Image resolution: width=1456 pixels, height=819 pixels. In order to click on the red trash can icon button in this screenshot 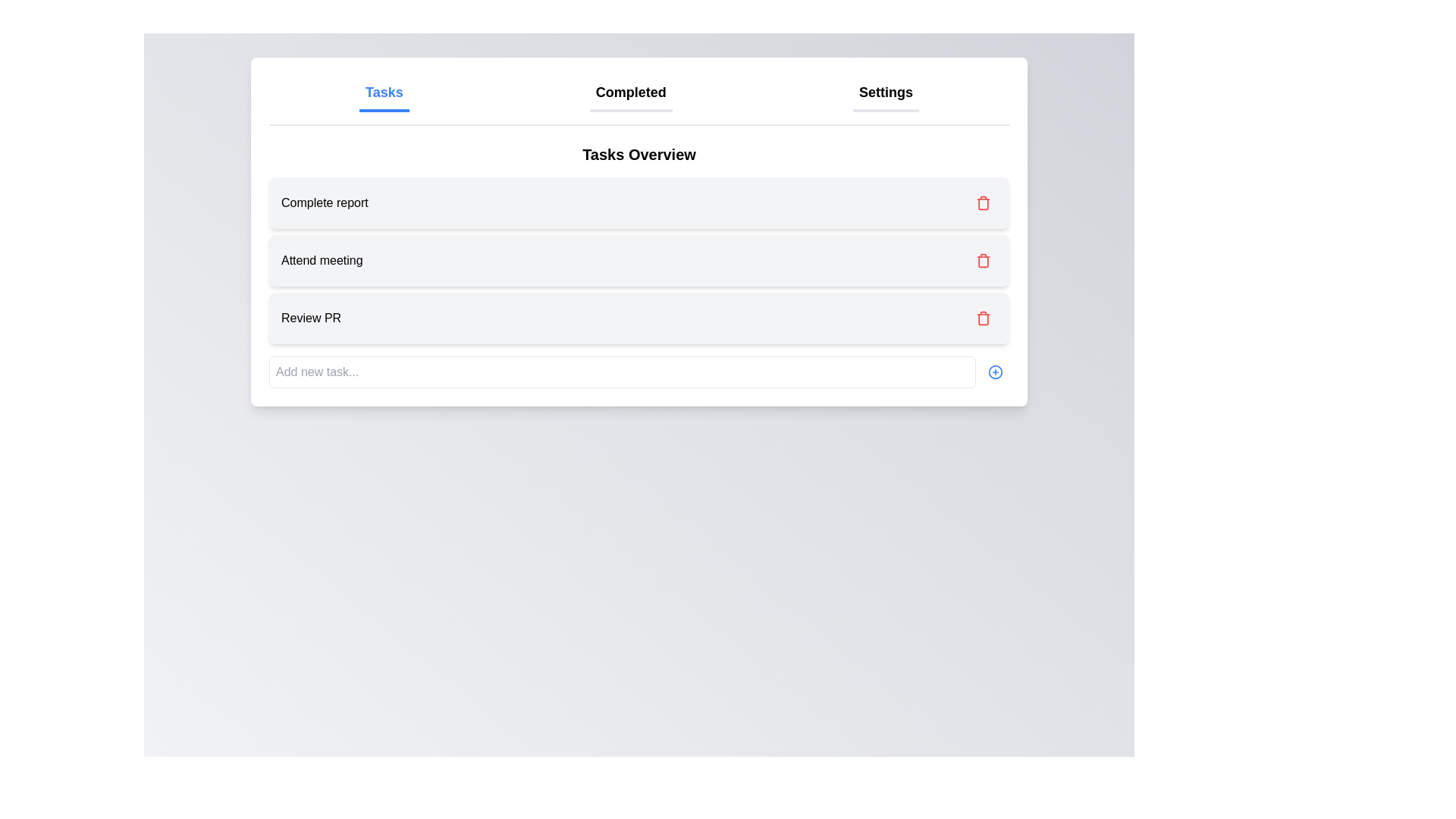, I will do `click(983, 259)`.